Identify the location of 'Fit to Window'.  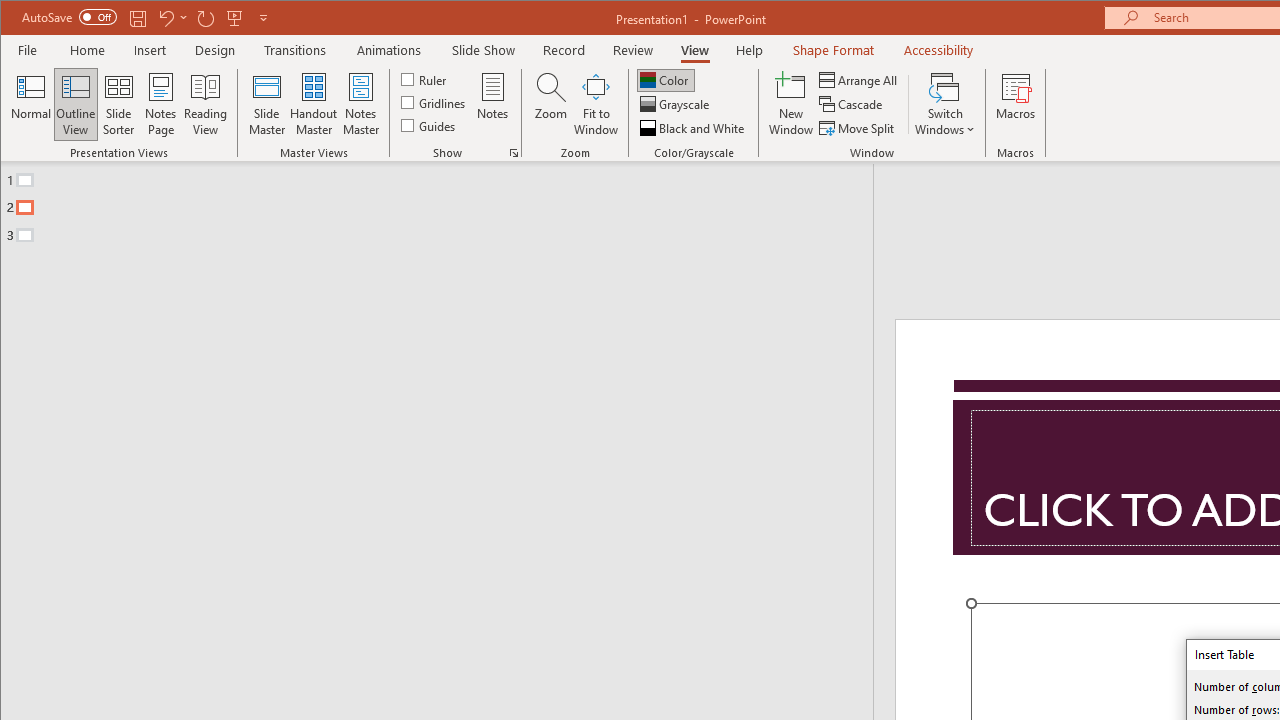
(595, 104).